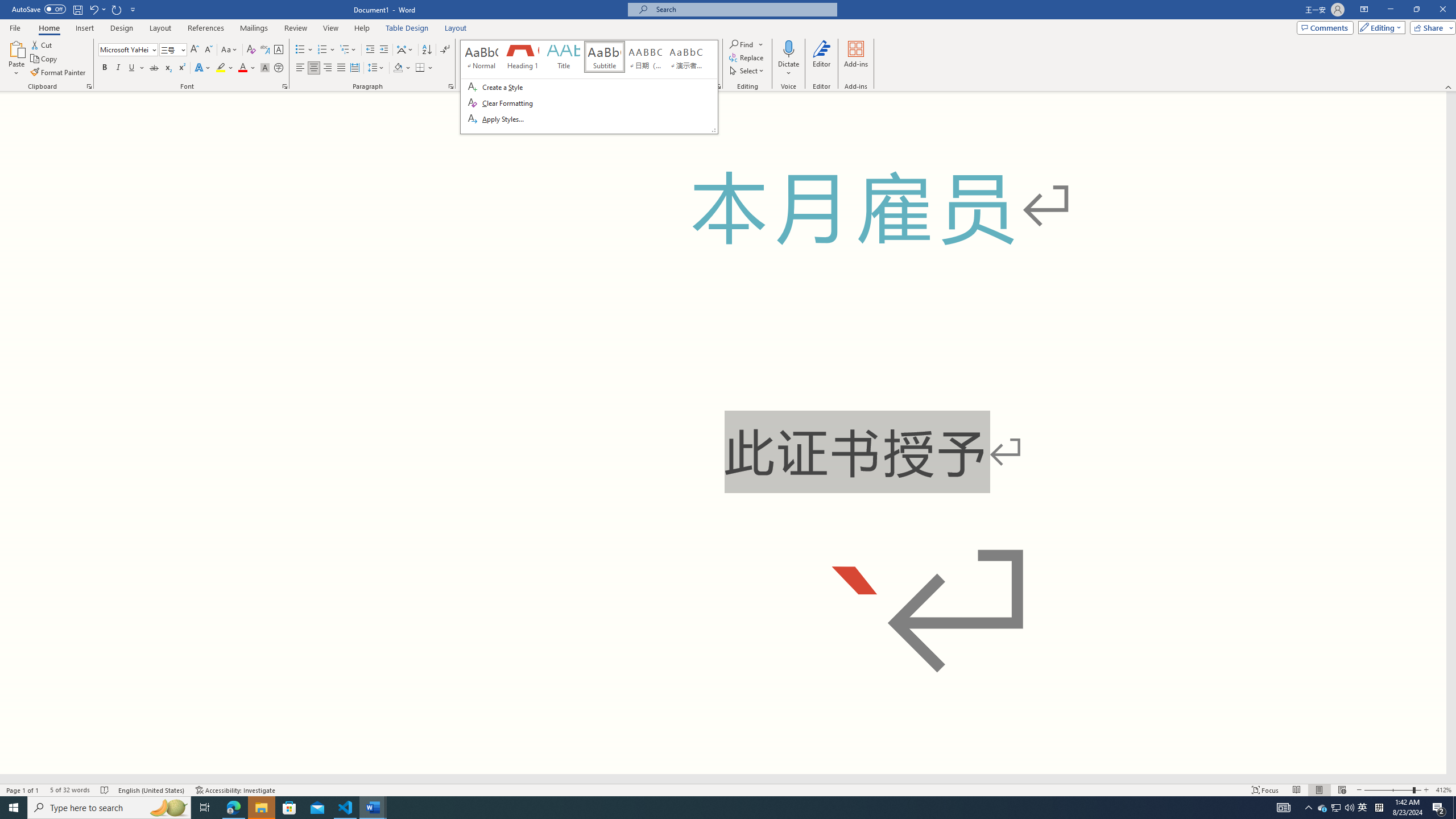 The width and height of the screenshot is (1456, 819). What do you see at coordinates (260, 806) in the screenshot?
I see `'File Explorer - 1 running window'` at bounding box center [260, 806].